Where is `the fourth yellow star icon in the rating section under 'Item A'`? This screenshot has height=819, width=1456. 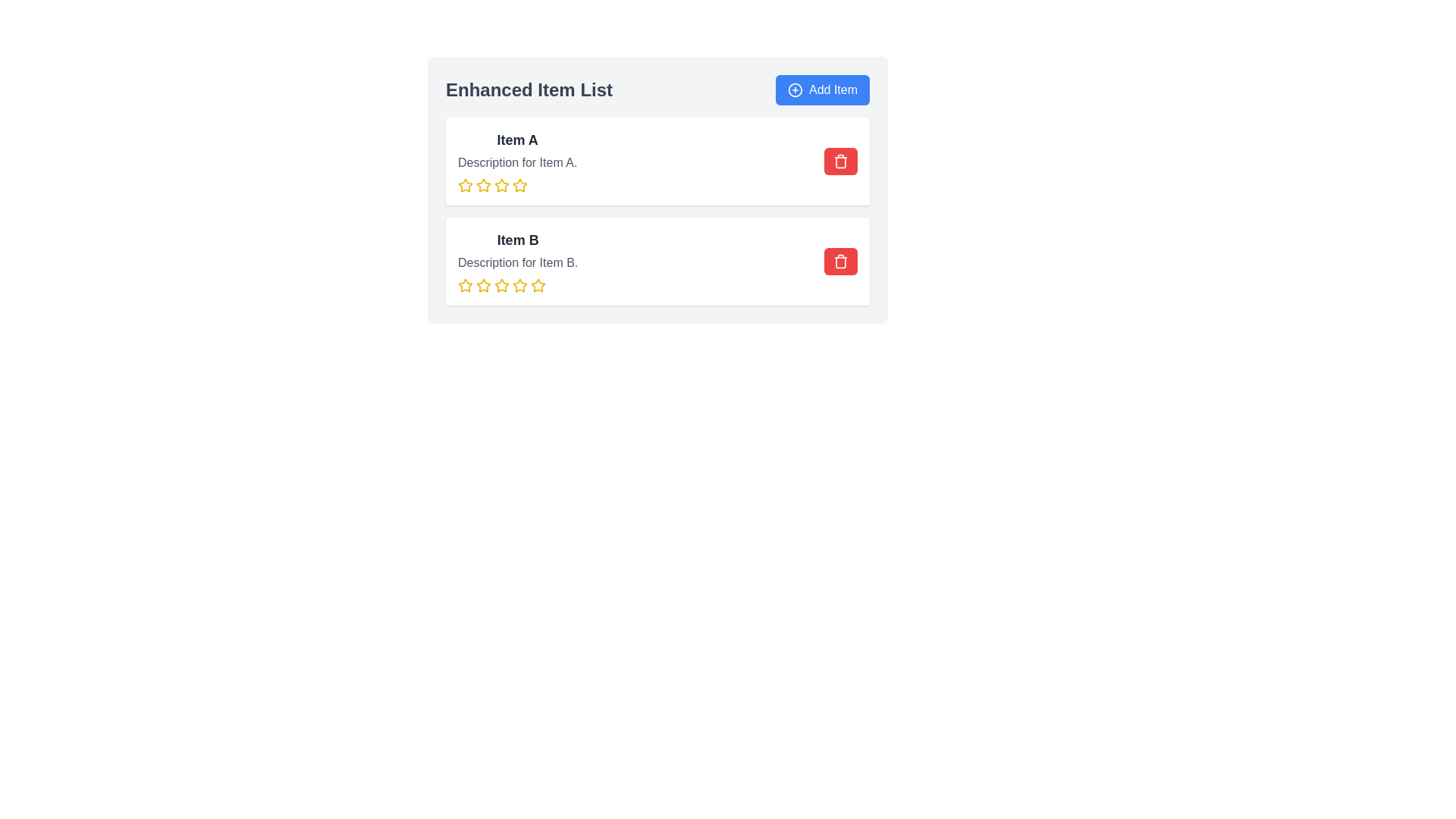 the fourth yellow star icon in the rating section under 'Item A' is located at coordinates (520, 184).